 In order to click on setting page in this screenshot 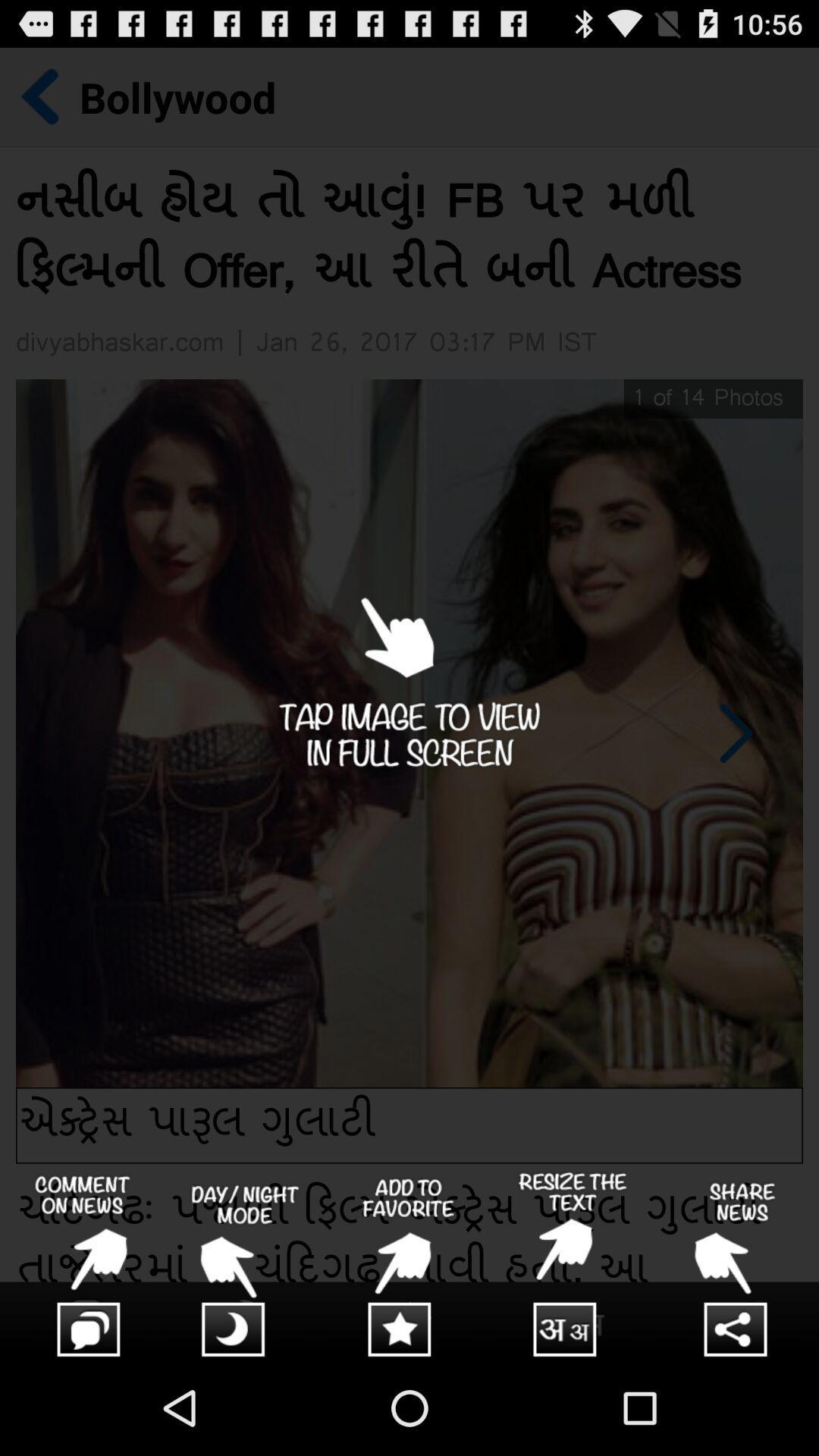, I will do `click(736, 1266)`.